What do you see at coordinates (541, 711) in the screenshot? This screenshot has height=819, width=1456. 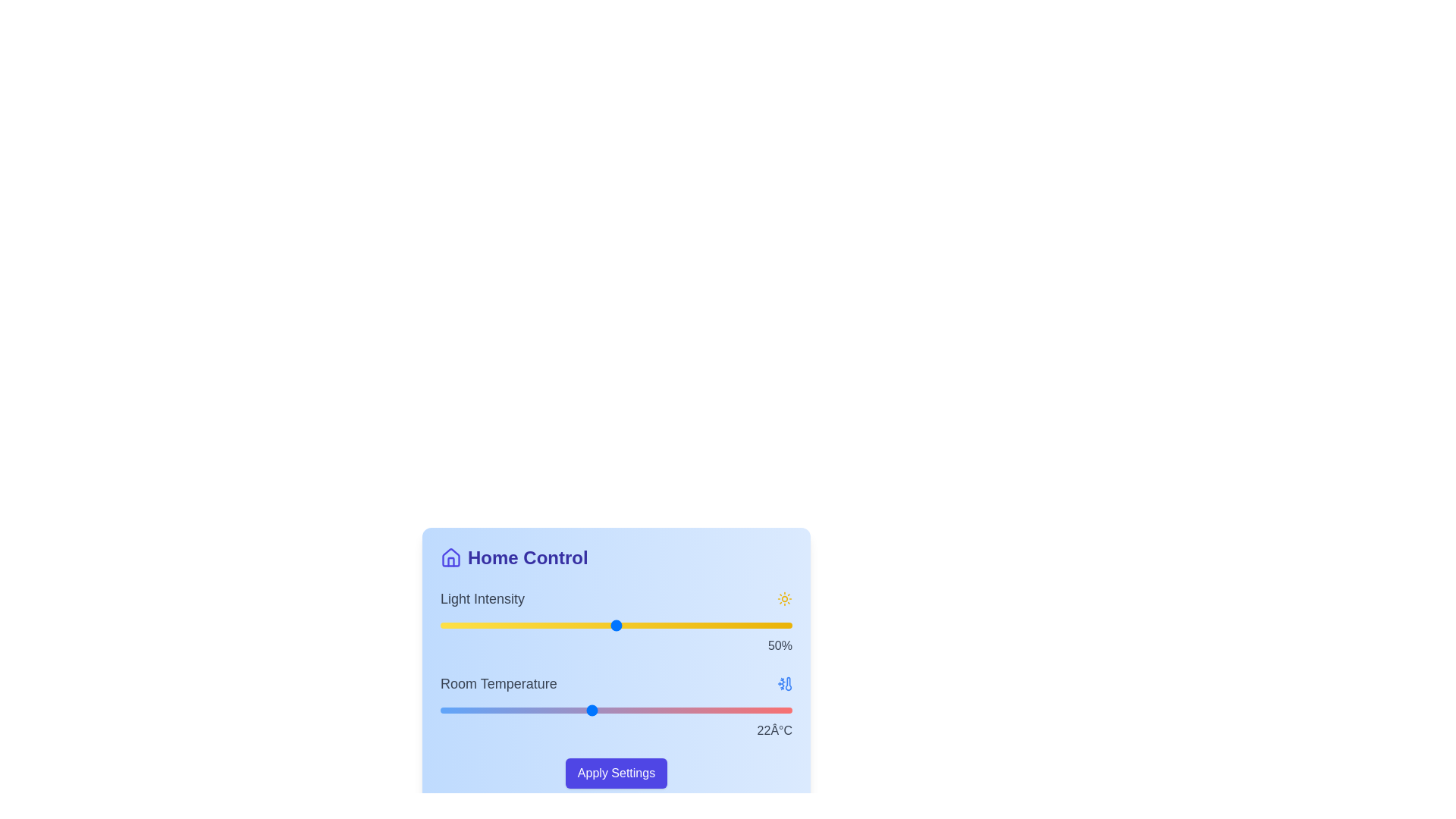 I see `the room temperature slider to 20 degrees Celsius` at bounding box center [541, 711].